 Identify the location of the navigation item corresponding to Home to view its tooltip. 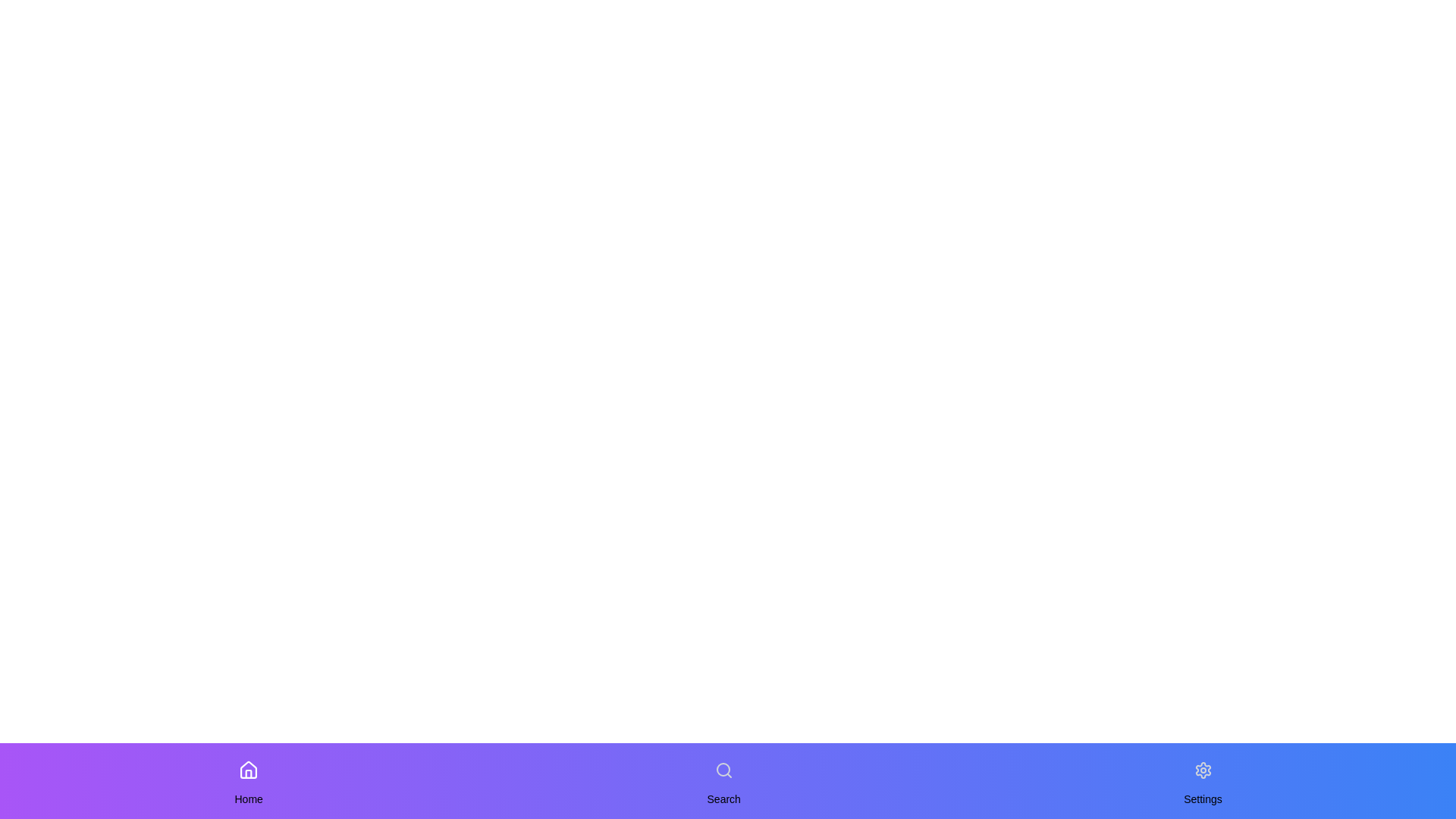
(249, 770).